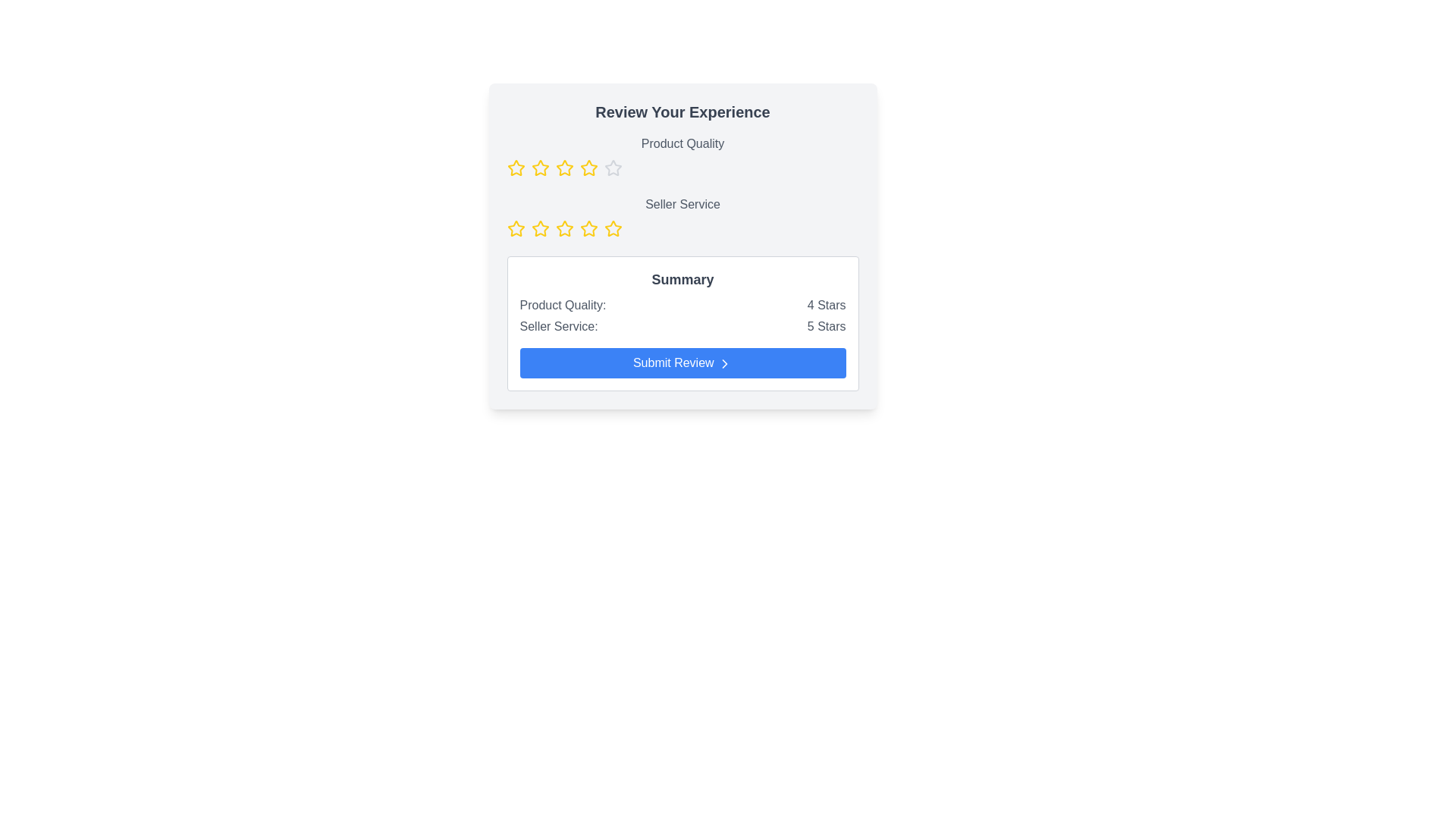  What do you see at coordinates (682, 168) in the screenshot?
I see `across the stars in the 'Product Quality' rating component` at bounding box center [682, 168].